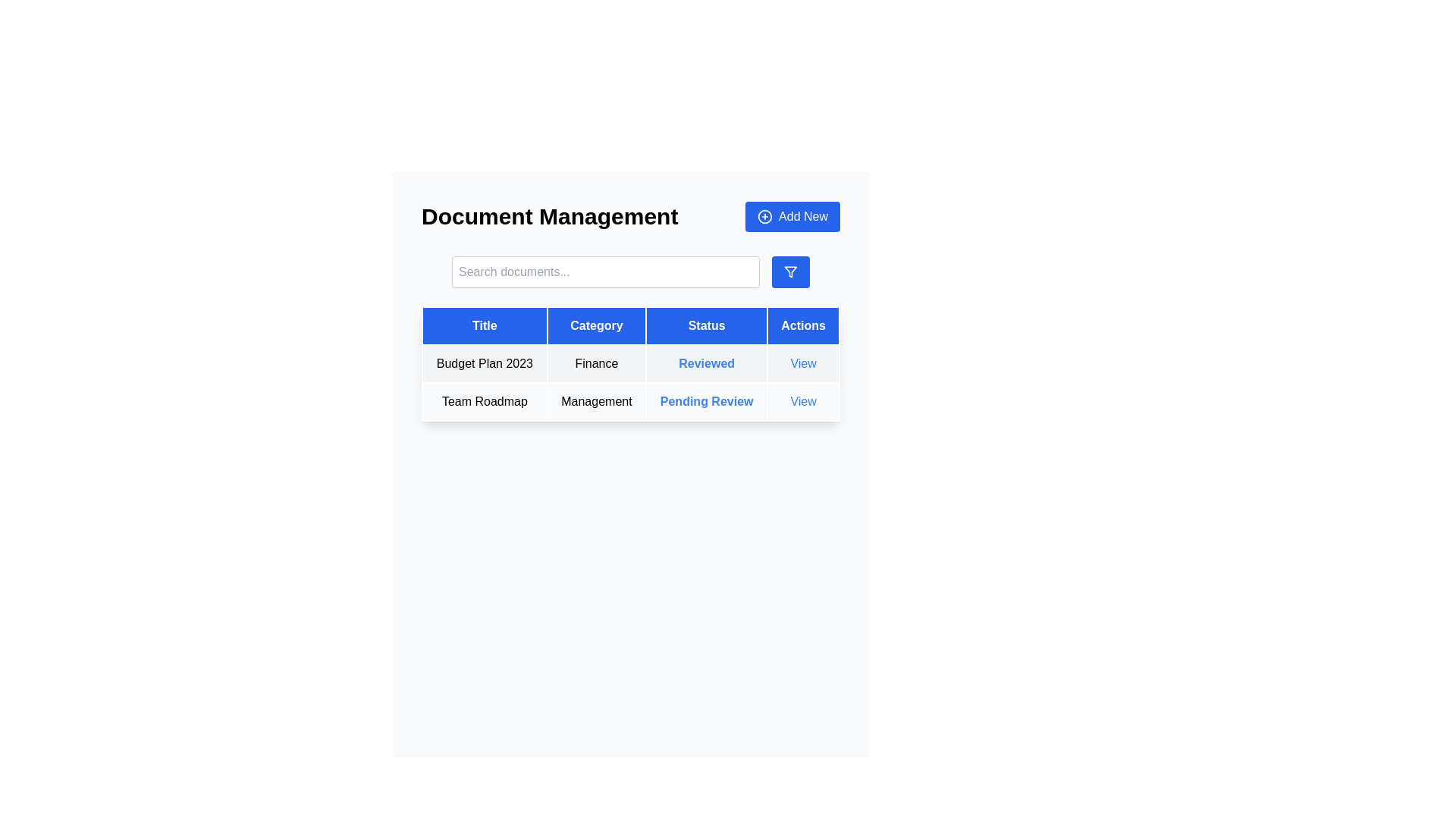  What do you see at coordinates (706, 363) in the screenshot?
I see `the non-interactive Text Label that indicates the document's current review status, located in the 'Status' column of the first row, aligned with 'Budget Plan 2023' and 'Finance'` at bounding box center [706, 363].